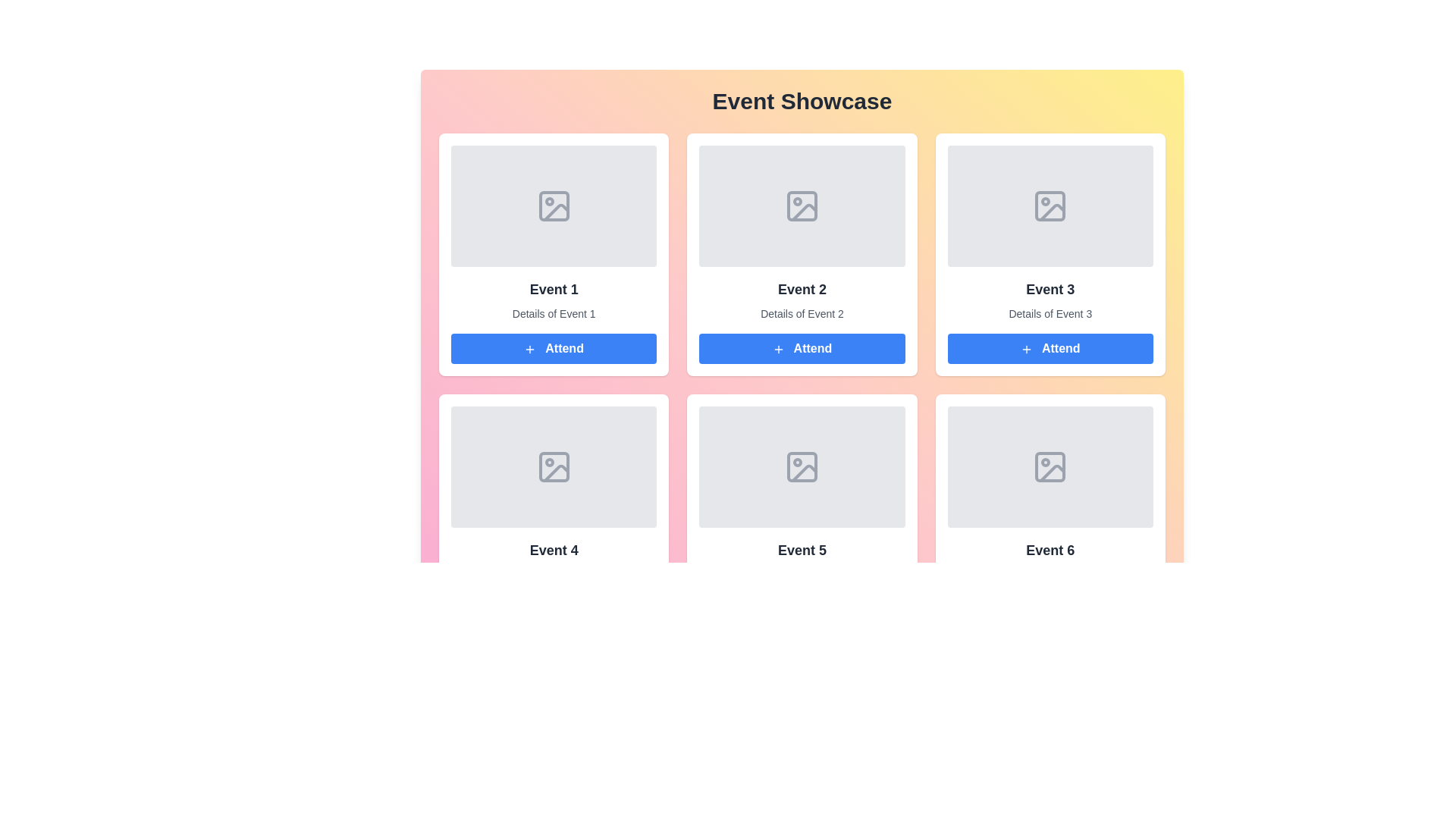  I want to click on image placeholder located at the top central part of the 'Event 4' card, aligned with the 'Event 4' title and 'Details of Event 4', above the 'Attend' button, so click(553, 466).